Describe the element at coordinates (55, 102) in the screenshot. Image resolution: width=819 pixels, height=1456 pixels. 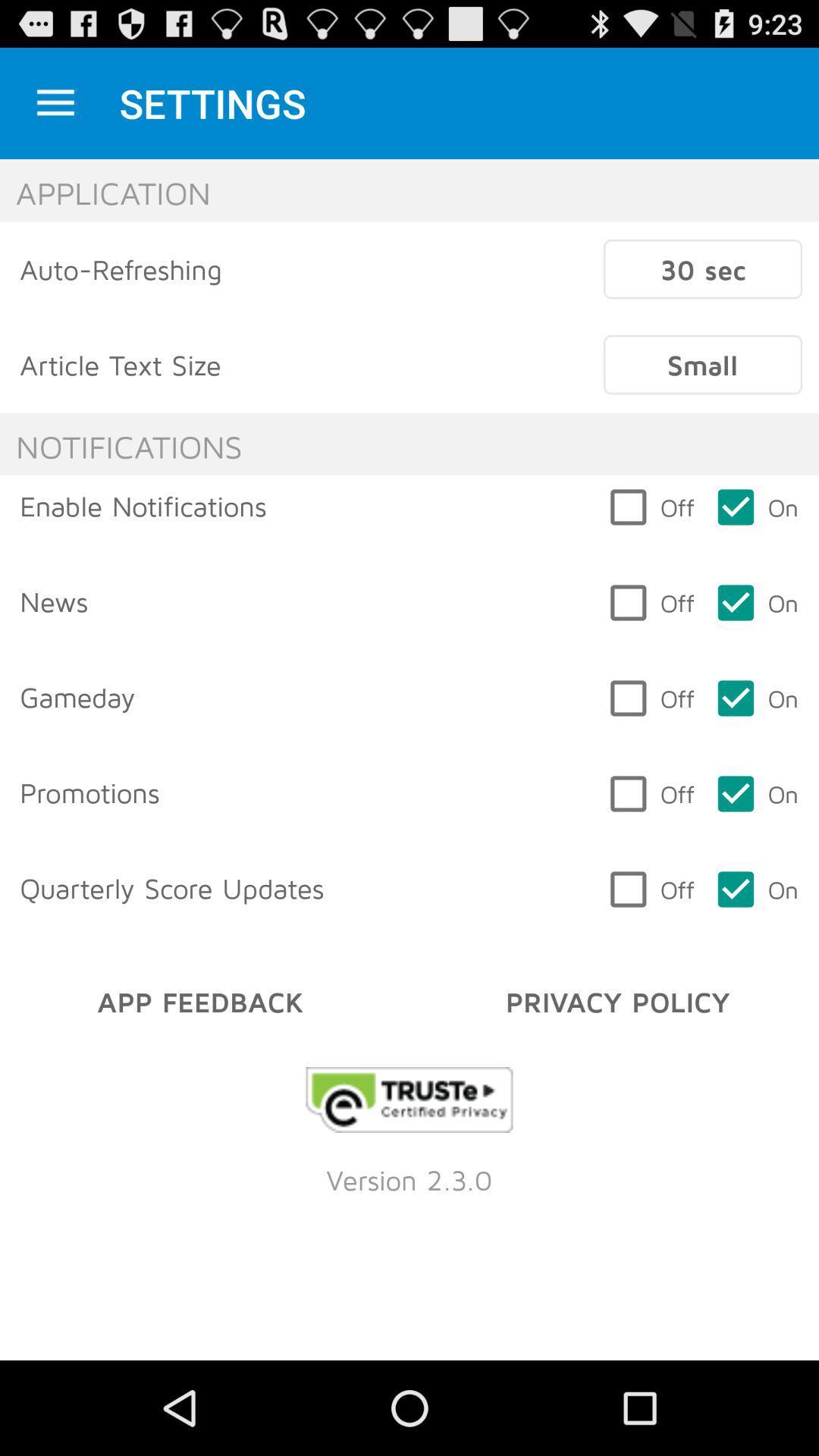
I see `open menu` at that location.